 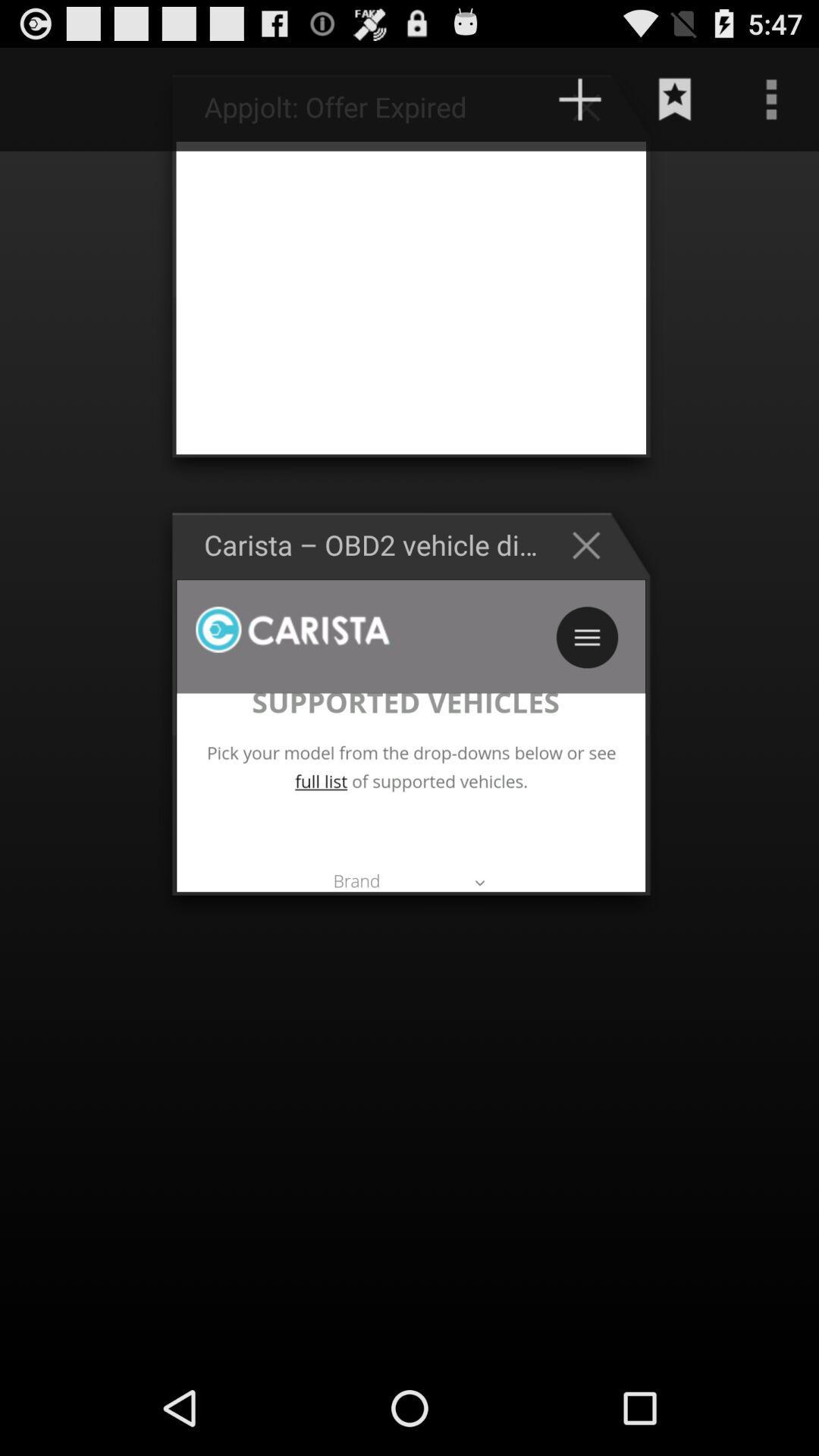 I want to click on the bookmark icon, so click(x=675, y=105).